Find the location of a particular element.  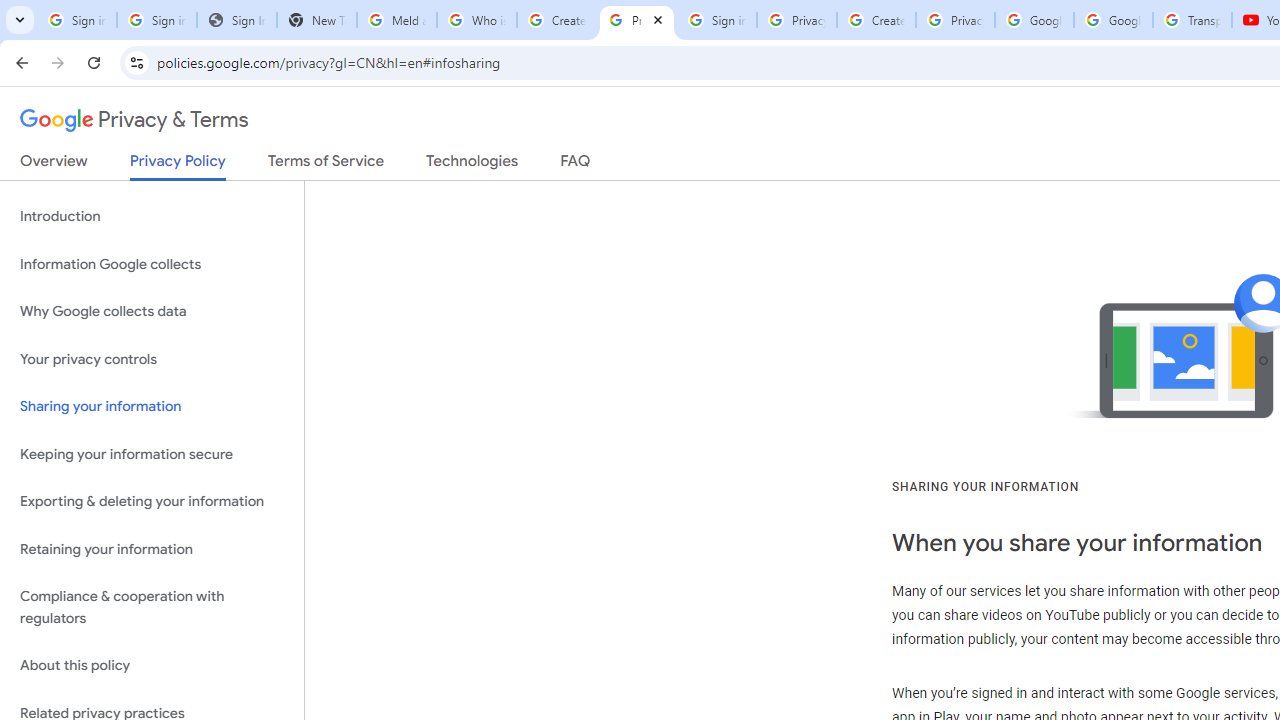

'Why Google collects data' is located at coordinates (151, 312).